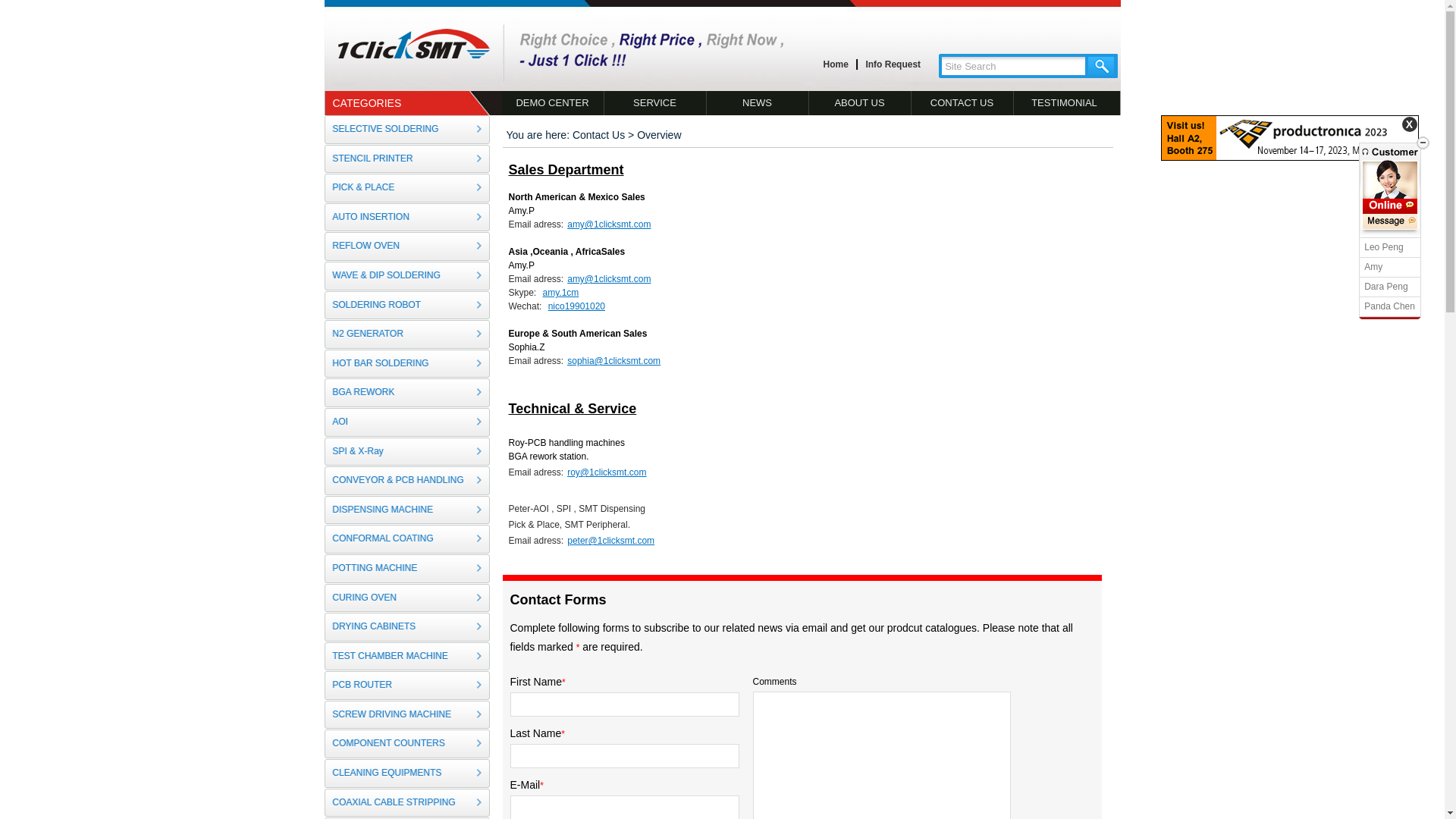  I want to click on 'DEMO CENTER', so click(552, 102).